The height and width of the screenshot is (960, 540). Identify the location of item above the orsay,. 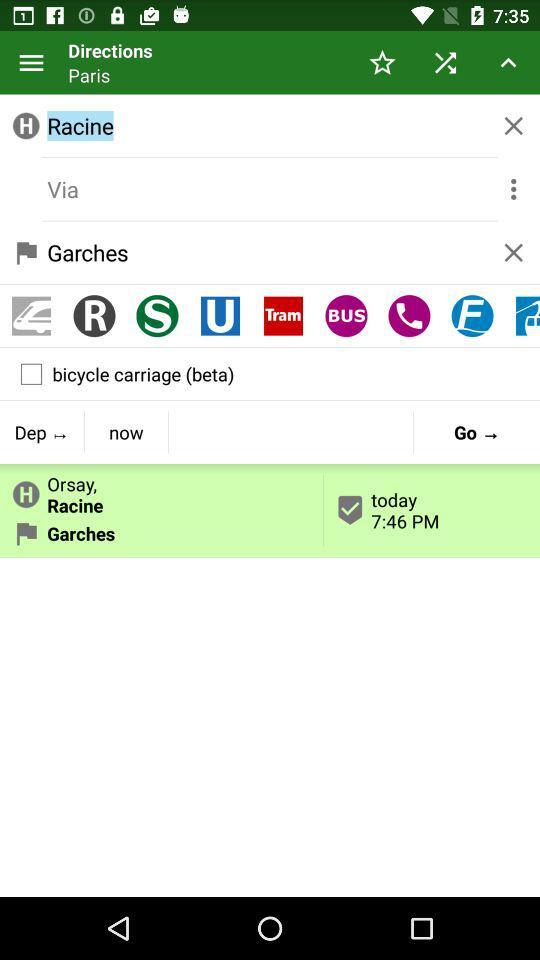
(126, 432).